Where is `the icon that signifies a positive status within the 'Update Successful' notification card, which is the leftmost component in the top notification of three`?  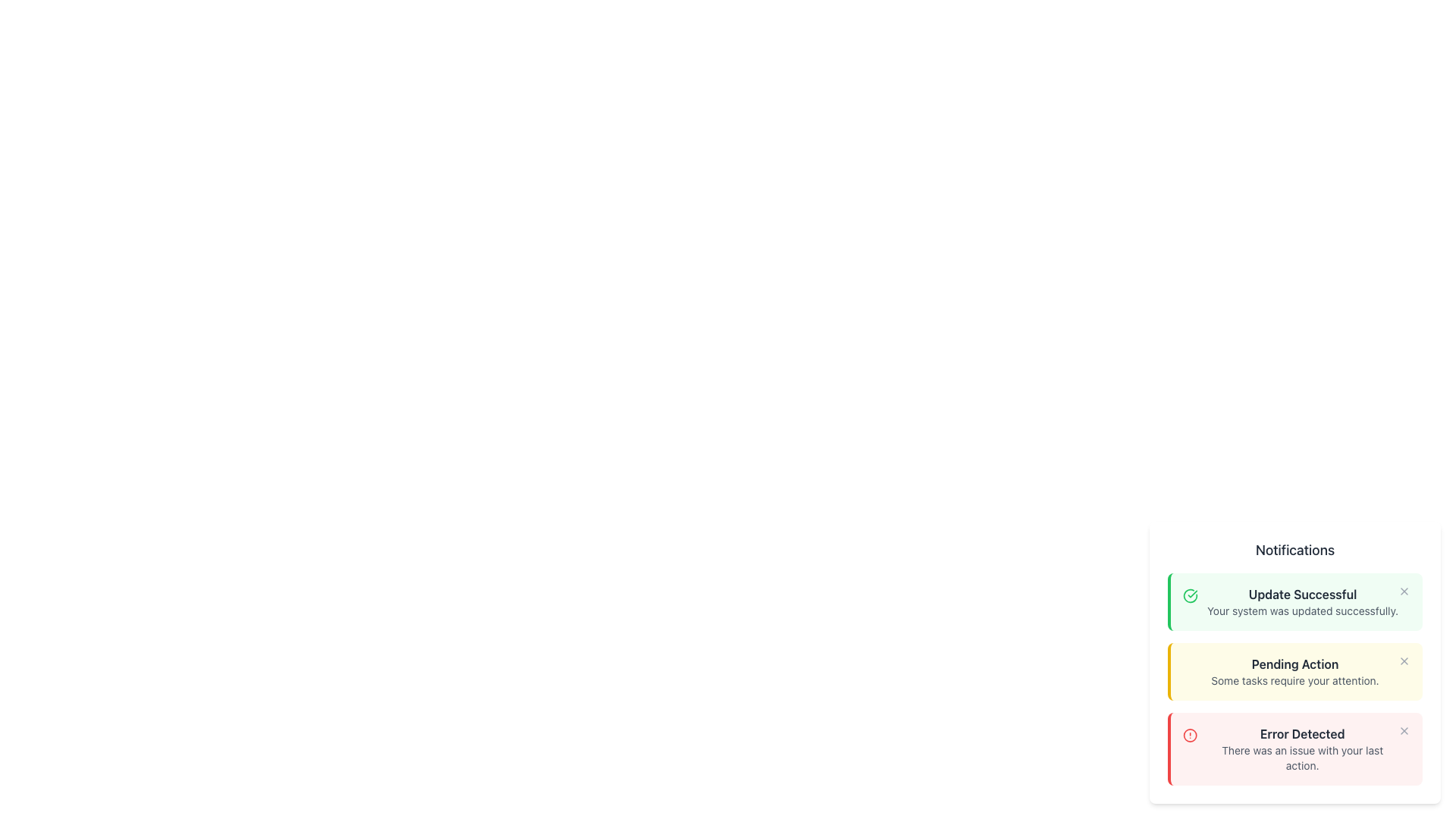 the icon that signifies a positive status within the 'Update Successful' notification card, which is the leftmost component in the top notification of three is located at coordinates (1189, 595).